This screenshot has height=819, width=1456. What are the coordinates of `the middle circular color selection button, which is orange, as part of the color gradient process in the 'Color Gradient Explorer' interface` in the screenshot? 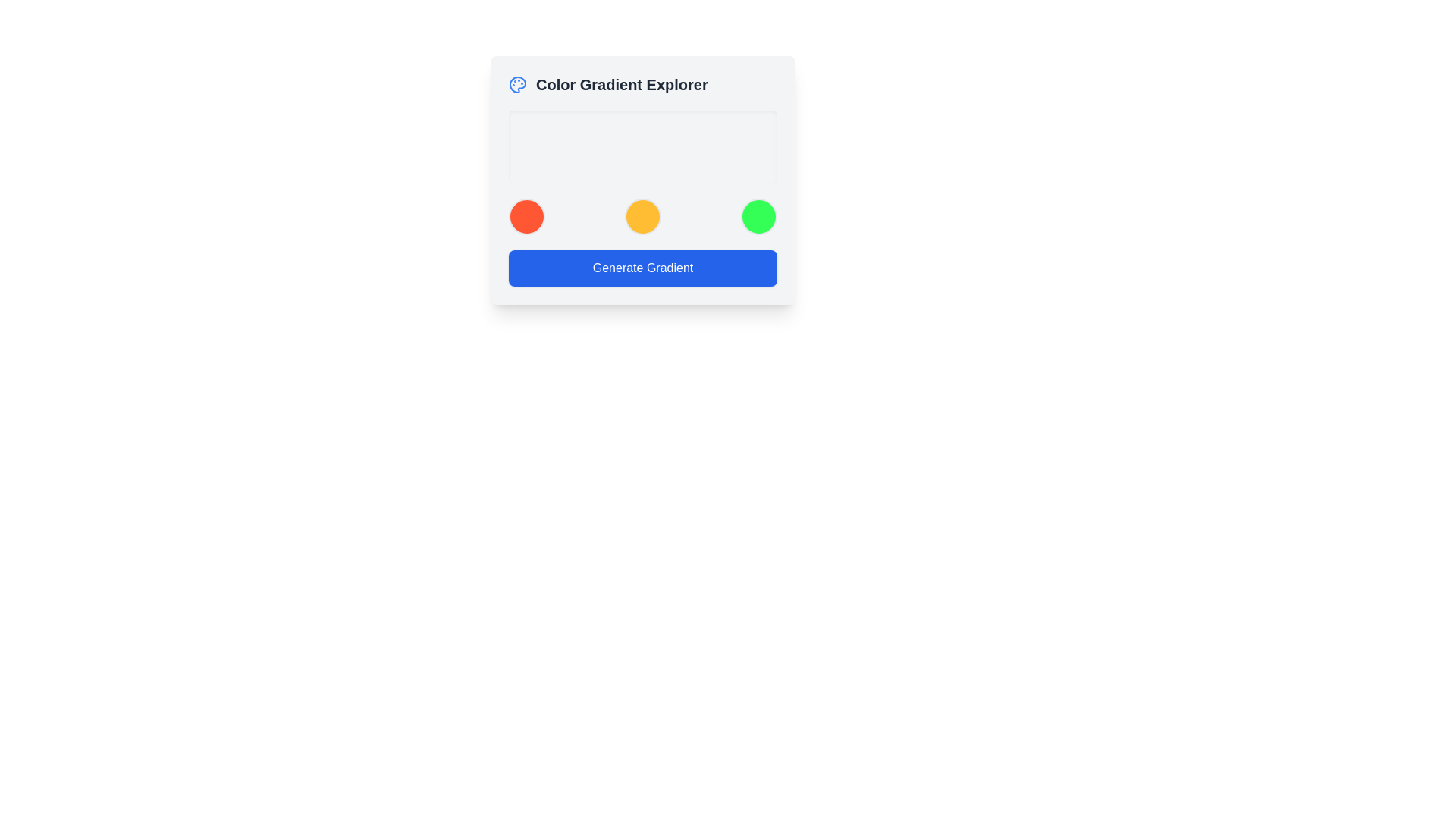 It's located at (643, 216).